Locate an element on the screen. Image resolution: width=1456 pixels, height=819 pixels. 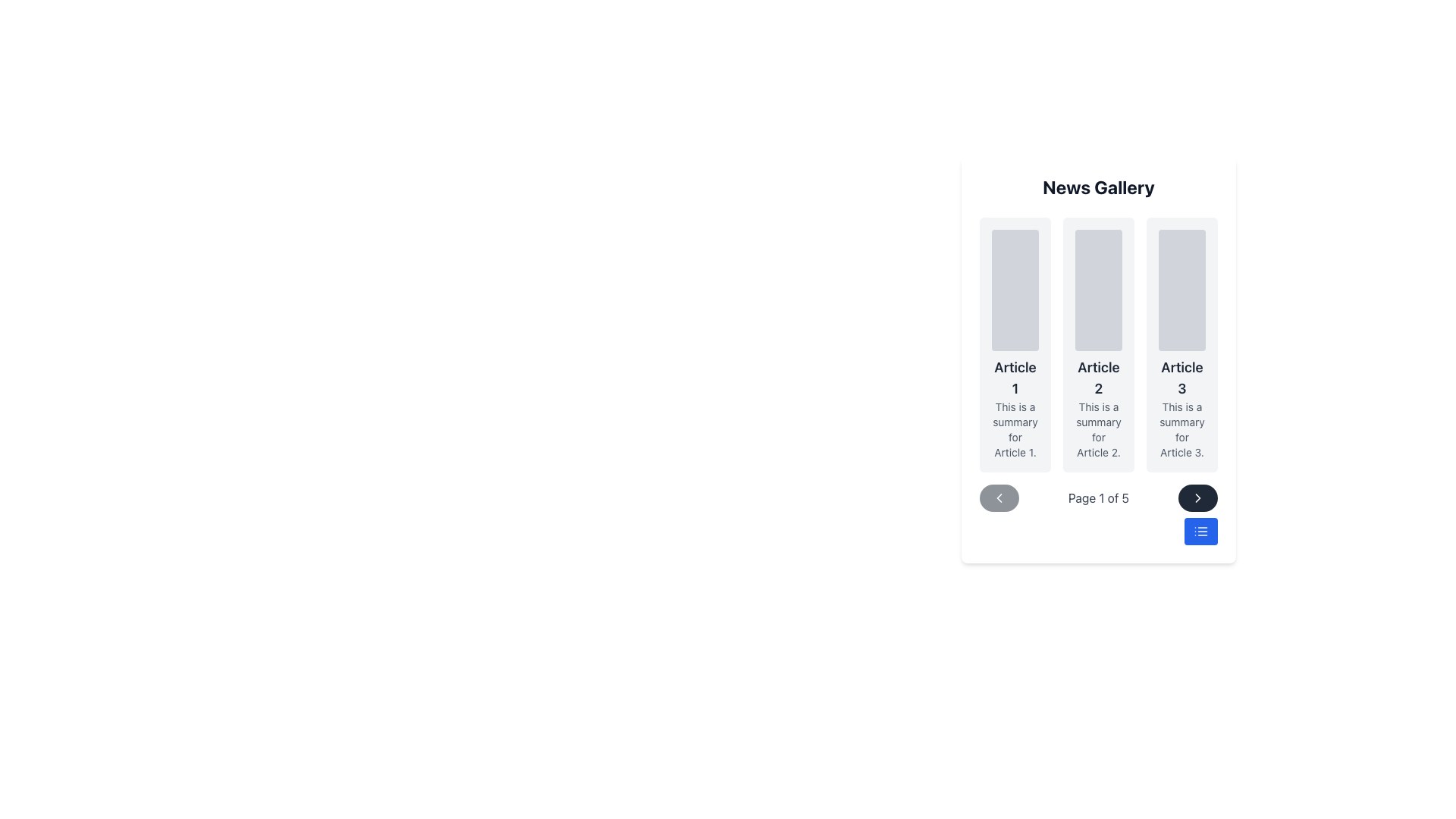
the gray button with a rounded border and a left arrow icon, located beneath the list of articles is located at coordinates (999, 497).